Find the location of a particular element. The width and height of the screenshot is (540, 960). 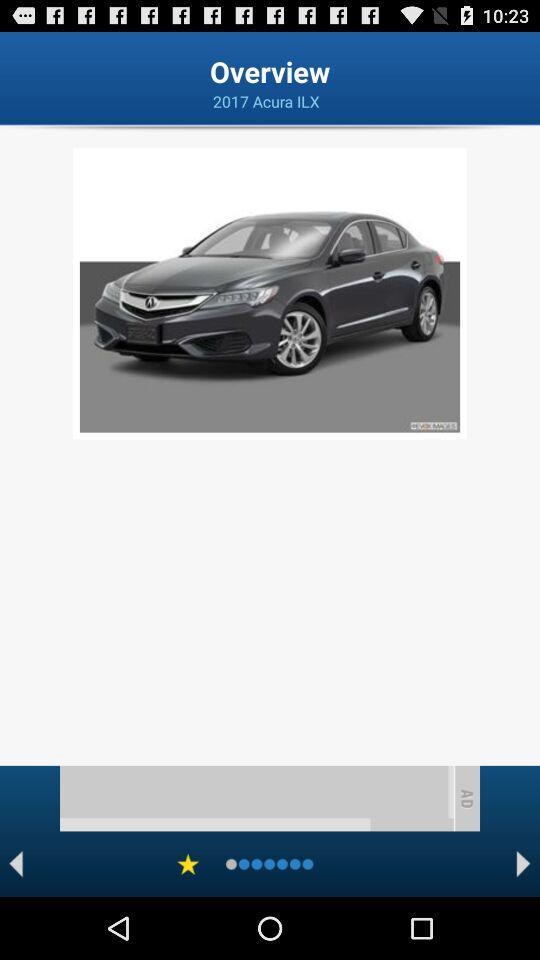

advertisement is located at coordinates (256, 798).